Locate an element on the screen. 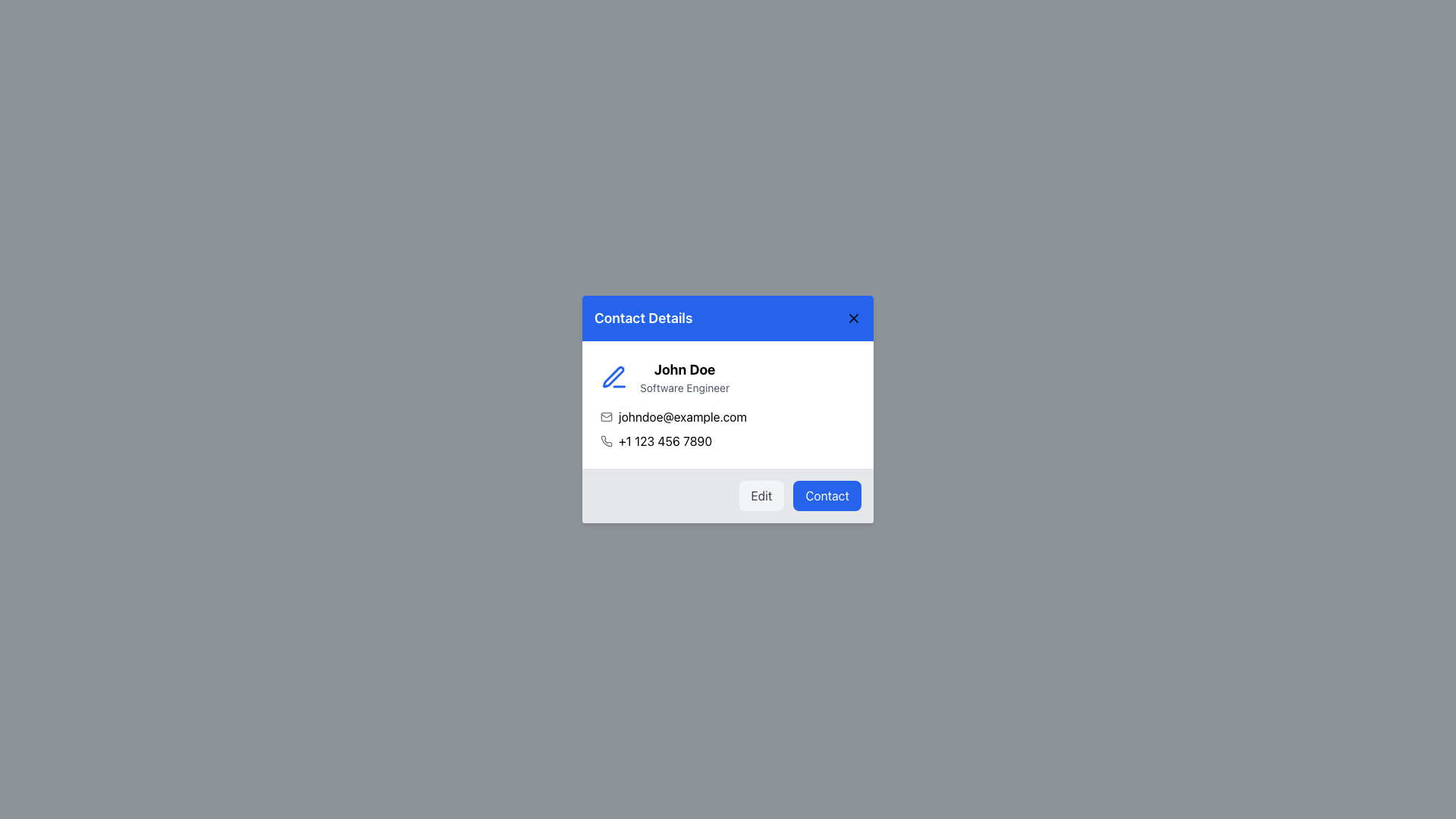 The height and width of the screenshot is (819, 1456). the 'Edit' button located at the bottom-right area of the interface to initiate editing is located at coordinates (761, 496).